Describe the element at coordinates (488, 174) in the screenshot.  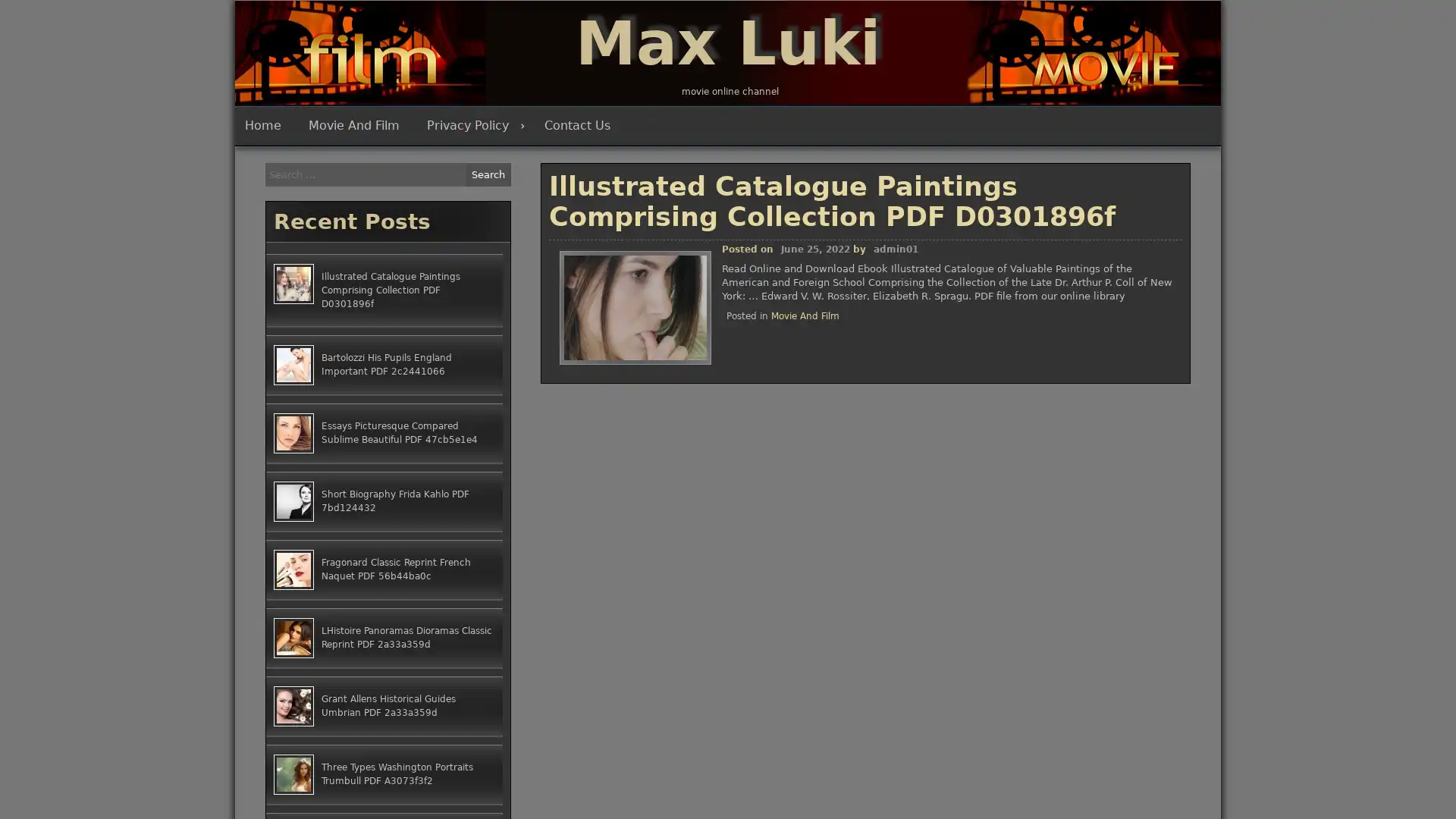
I see `Search` at that location.